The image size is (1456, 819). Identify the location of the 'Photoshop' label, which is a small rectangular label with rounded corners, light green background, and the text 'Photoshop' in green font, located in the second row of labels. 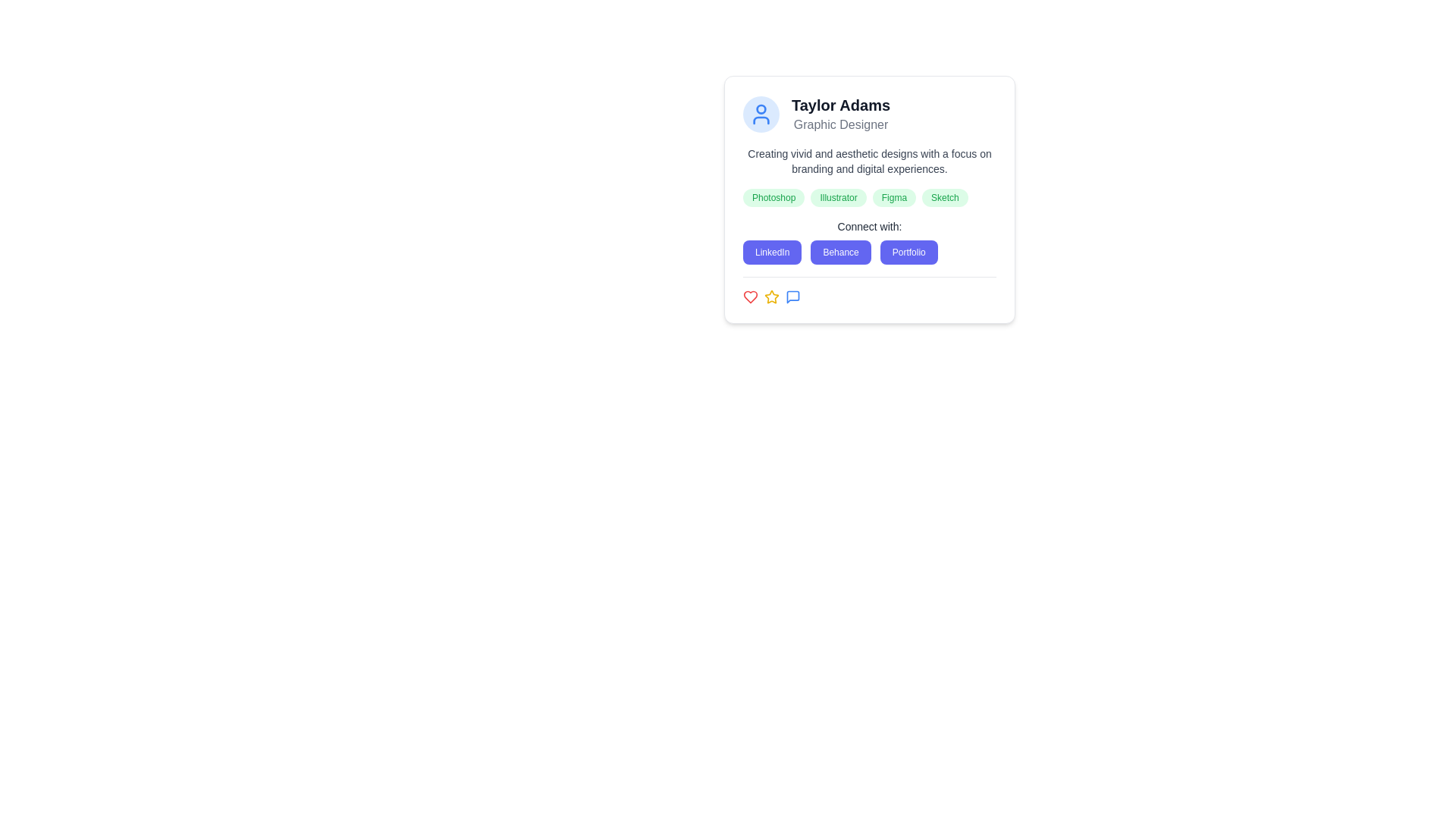
(773, 197).